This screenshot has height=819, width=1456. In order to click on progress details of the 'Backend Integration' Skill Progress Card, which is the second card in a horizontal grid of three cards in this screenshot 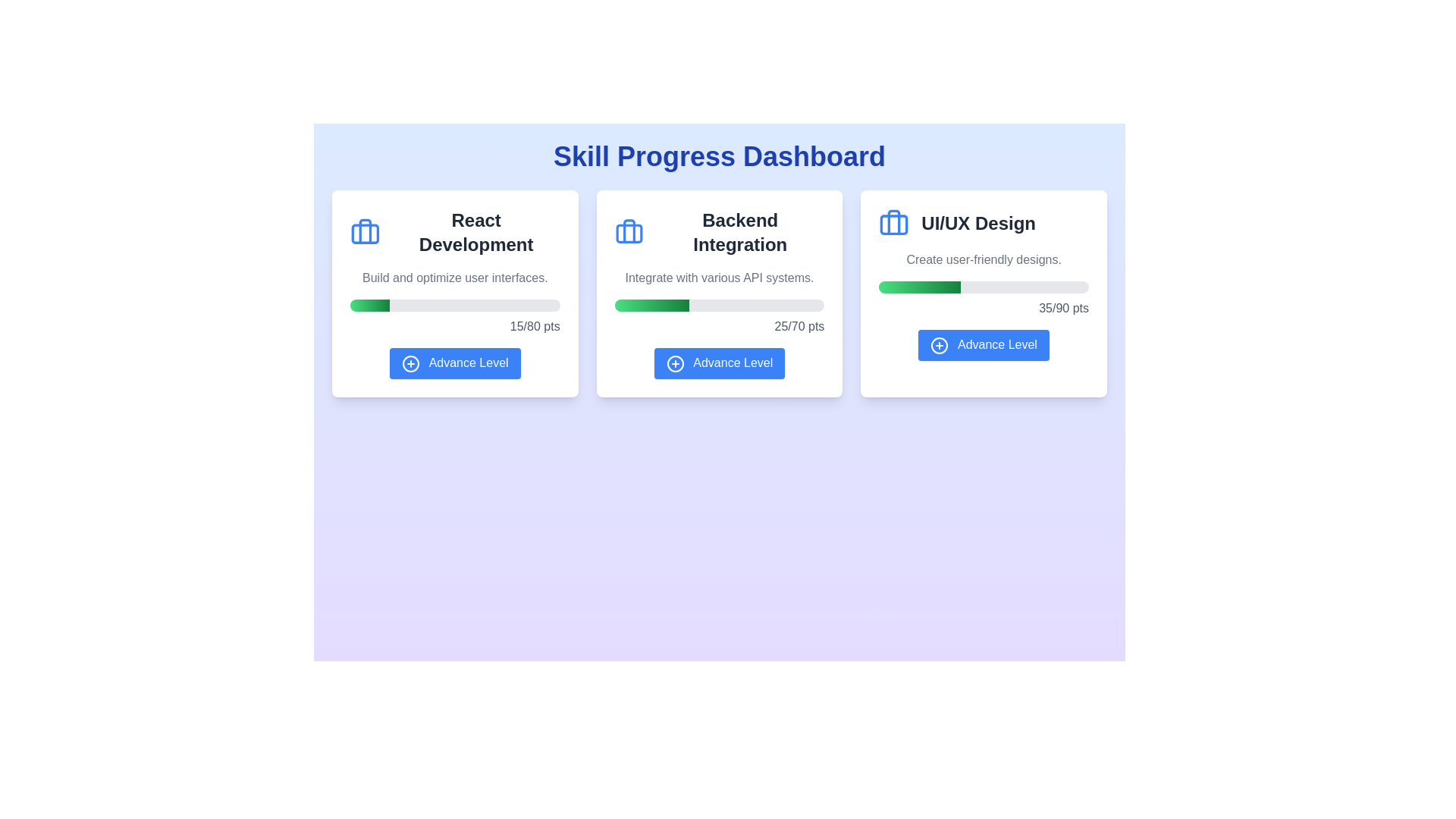, I will do `click(719, 293)`.